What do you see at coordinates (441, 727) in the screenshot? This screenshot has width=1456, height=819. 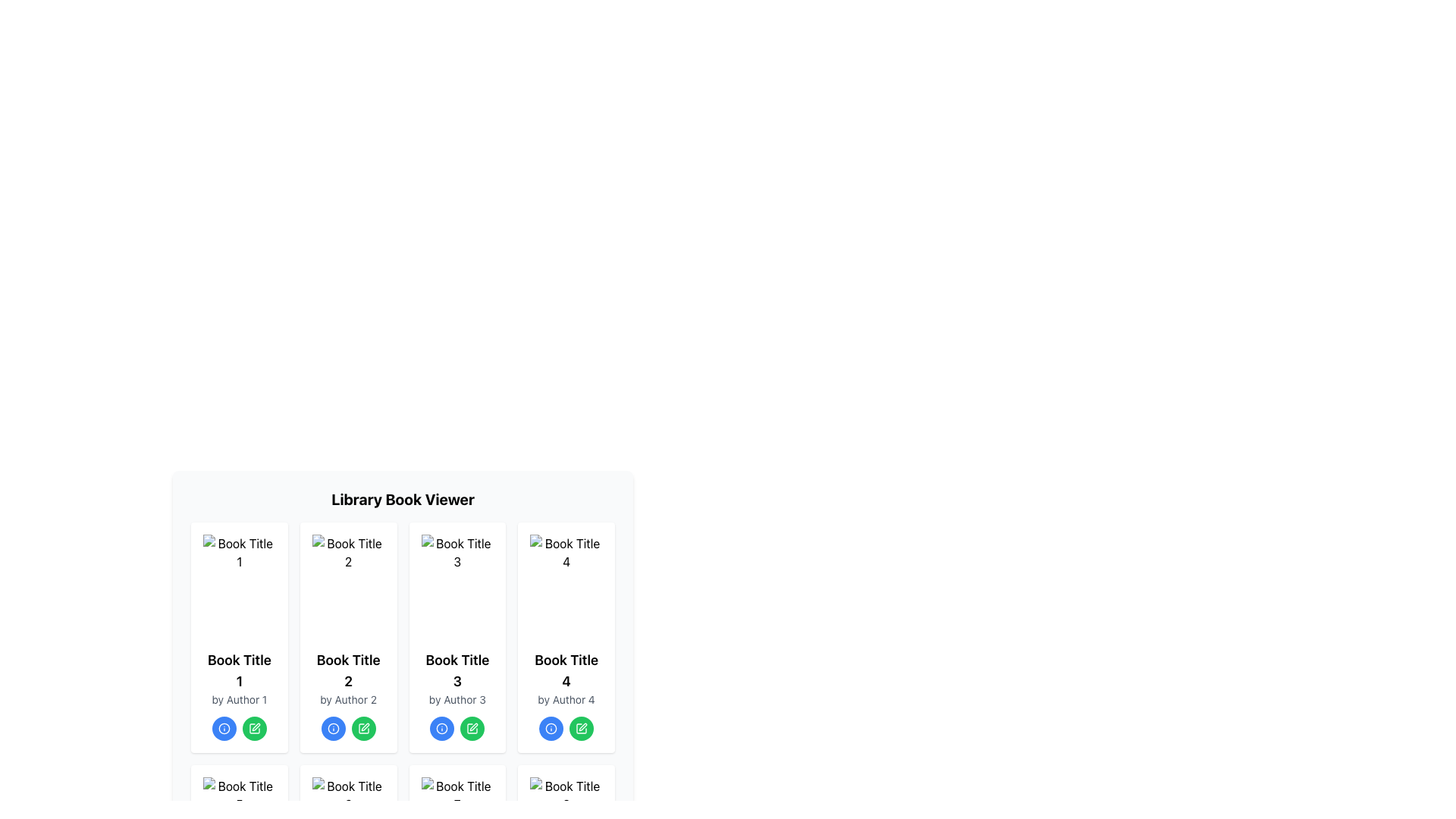 I see `the circular blue button with a white border and an informational icon located in the bottom left corner of the third card in the grid, beneath the 'Book Title 3' text` at bounding box center [441, 727].